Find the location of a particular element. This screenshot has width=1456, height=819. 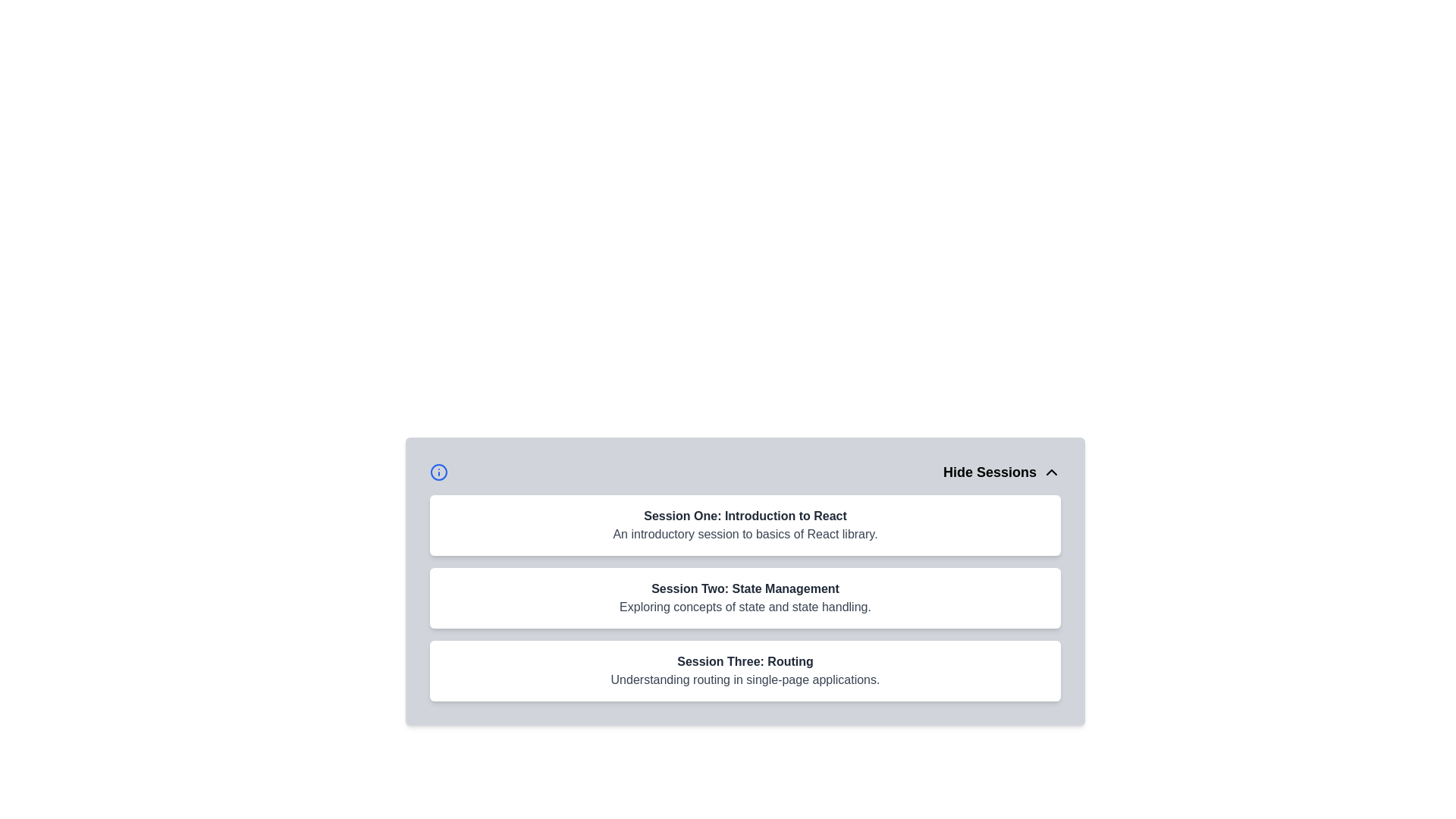

static text description located below the heading 'Session Two: State Management' in the center card layout is located at coordinates (745, 607).